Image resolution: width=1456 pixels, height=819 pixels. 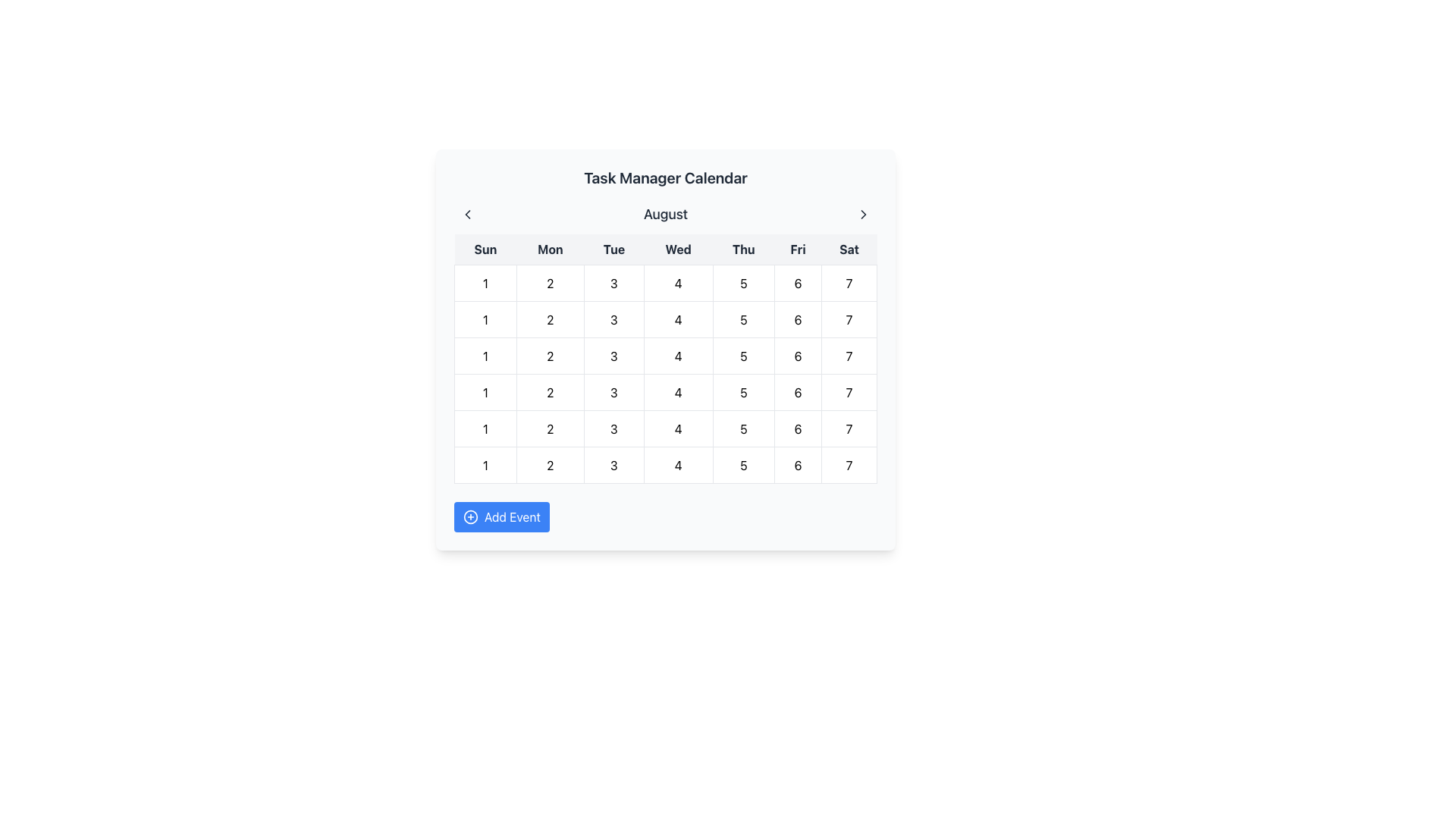 What do you see at coordinates (467, 214) in the screenshot?
I see `the chevron left icon button located in the upper-left section of the calendar interface` at bounding box center [467, 214].